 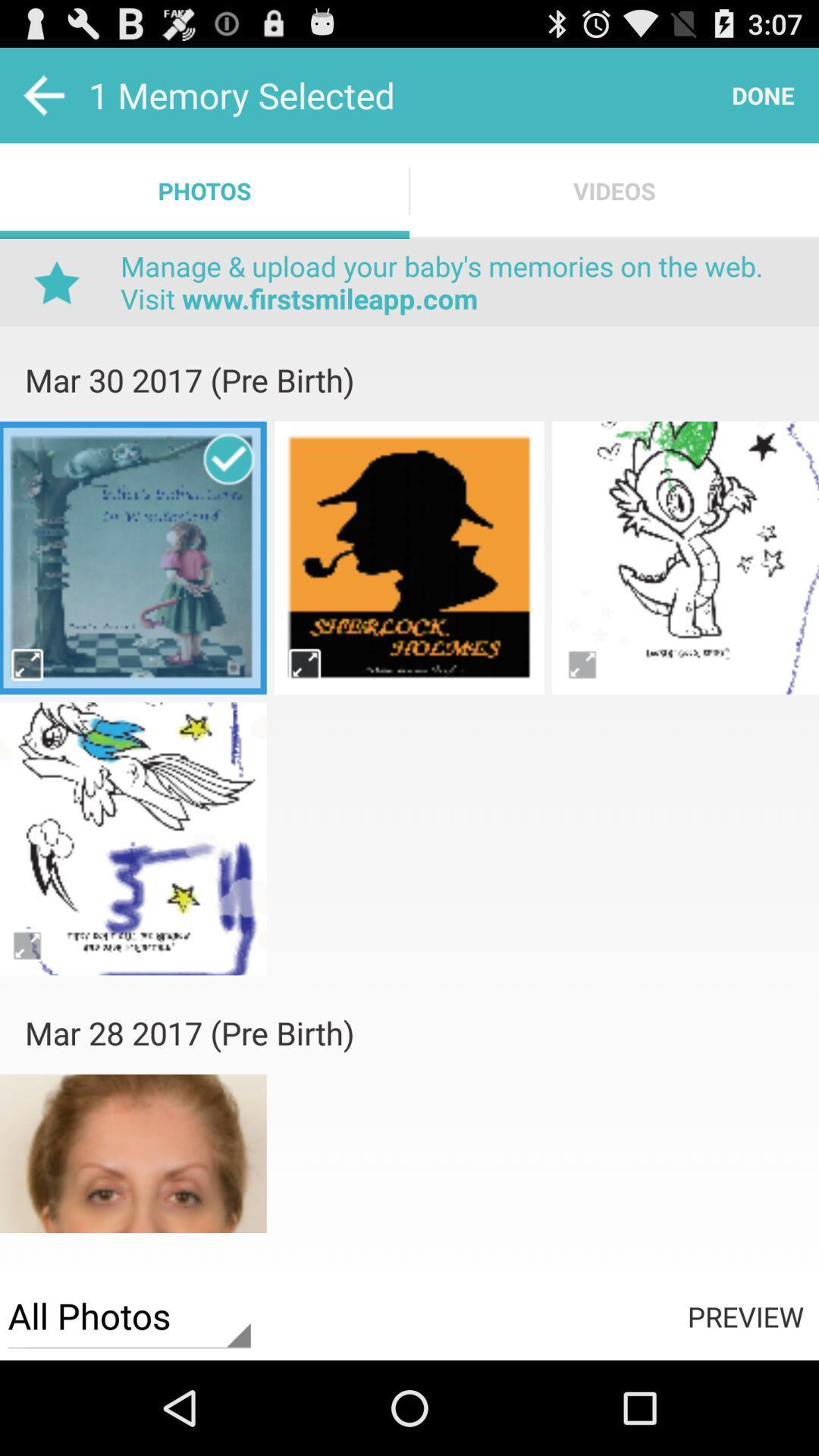 I want to click on enlarge photo, so click(x=581, y=664).